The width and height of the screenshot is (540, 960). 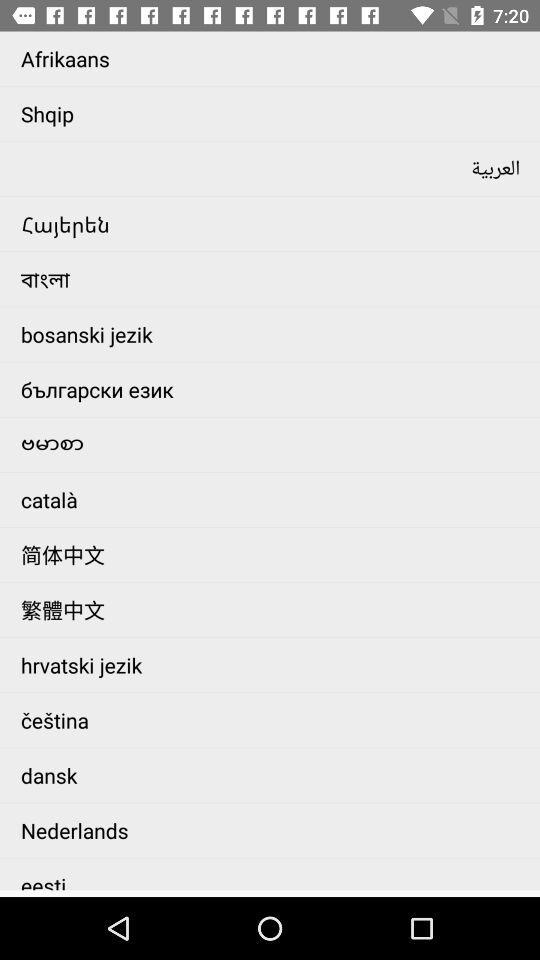 I want to click on app below the bosanski jezik item, so click(x=274, y=388).